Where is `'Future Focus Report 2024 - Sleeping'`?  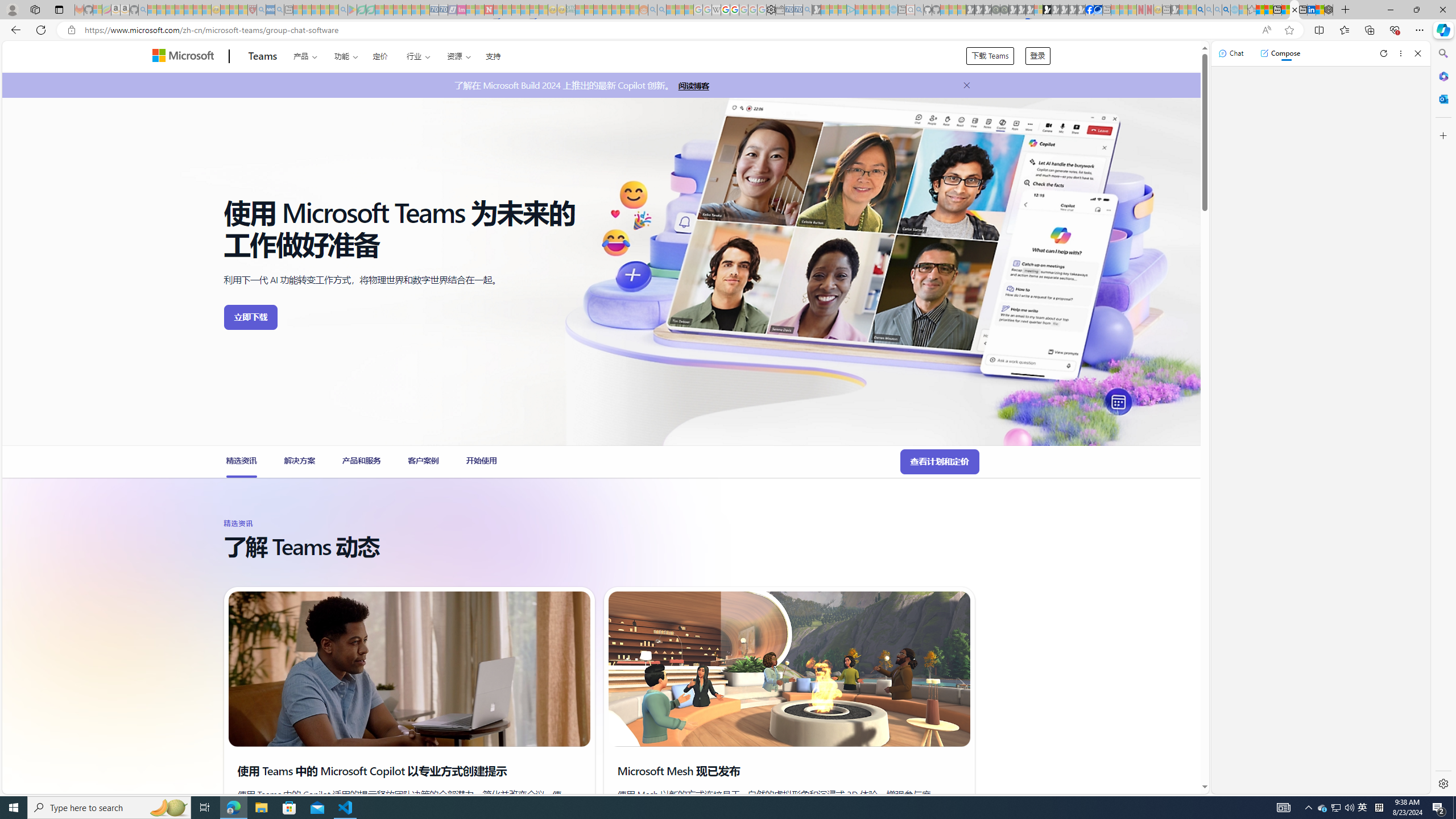 'Future Focus Report 2024 - Sleeping' is located at coordinates (1004, 9).